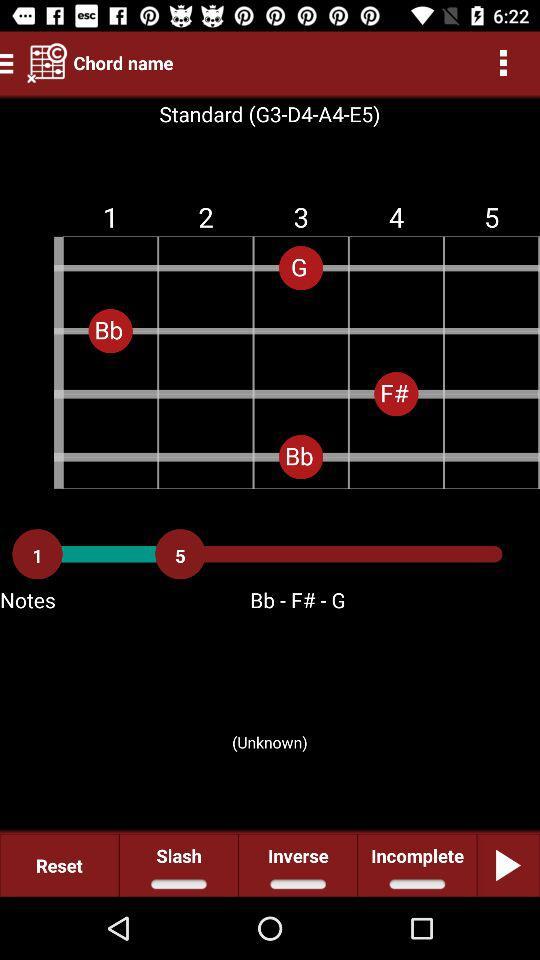  I want to click on the inverse, so click(297, 864).